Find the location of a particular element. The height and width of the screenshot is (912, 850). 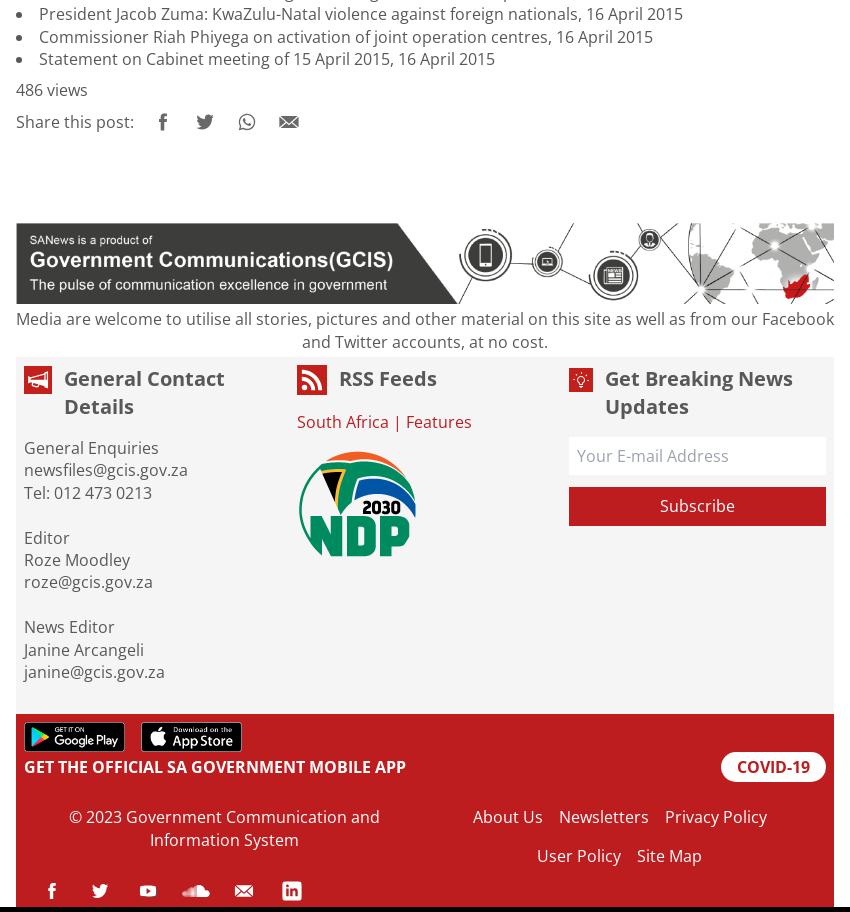

'newsfiles@gcis.gov.za' is located at coordinates (22, 470).